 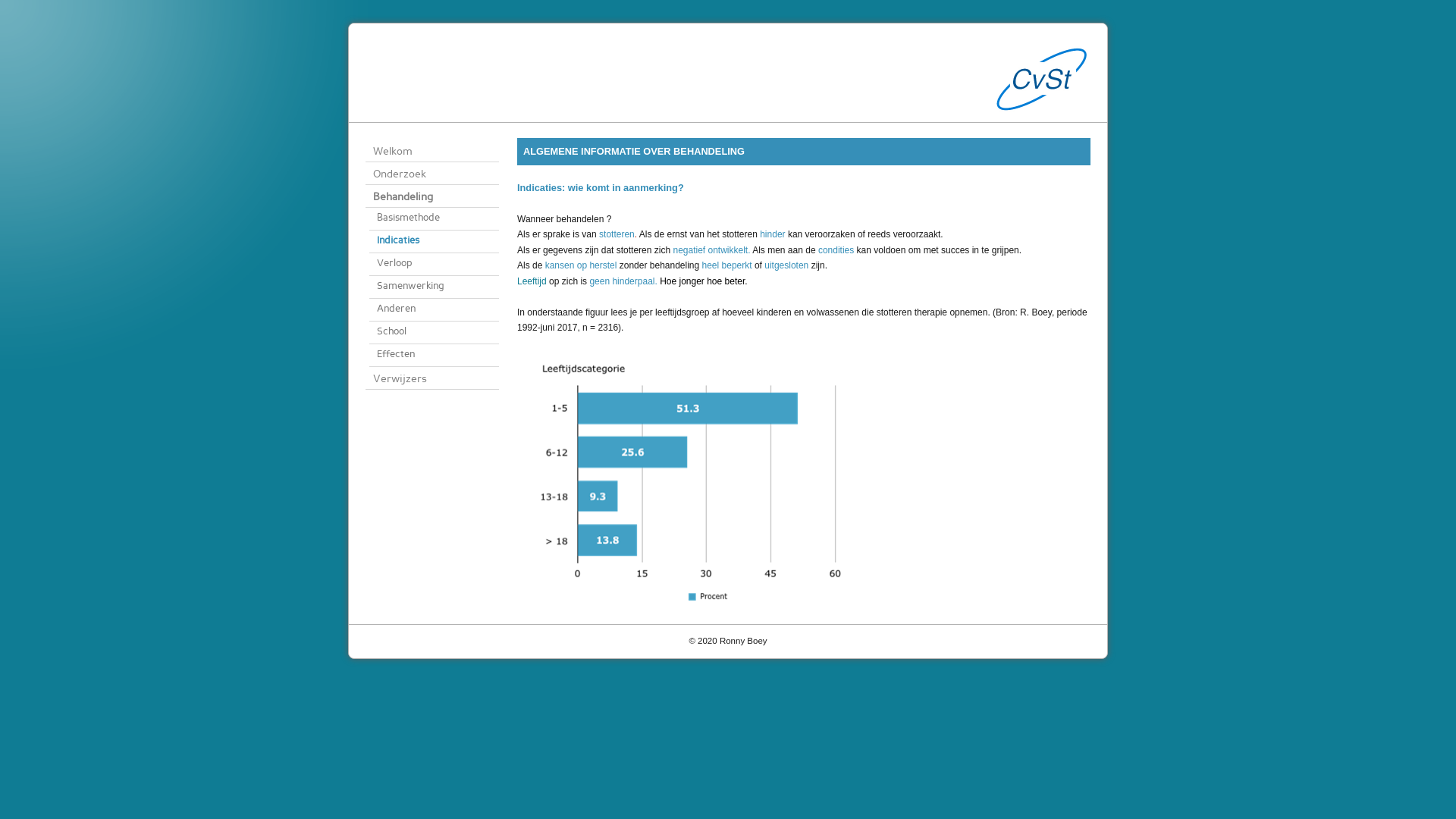 What do you see at coordinates (433, 332) in the screenshot?
I see `'School'` at bounding box center [433, 332].